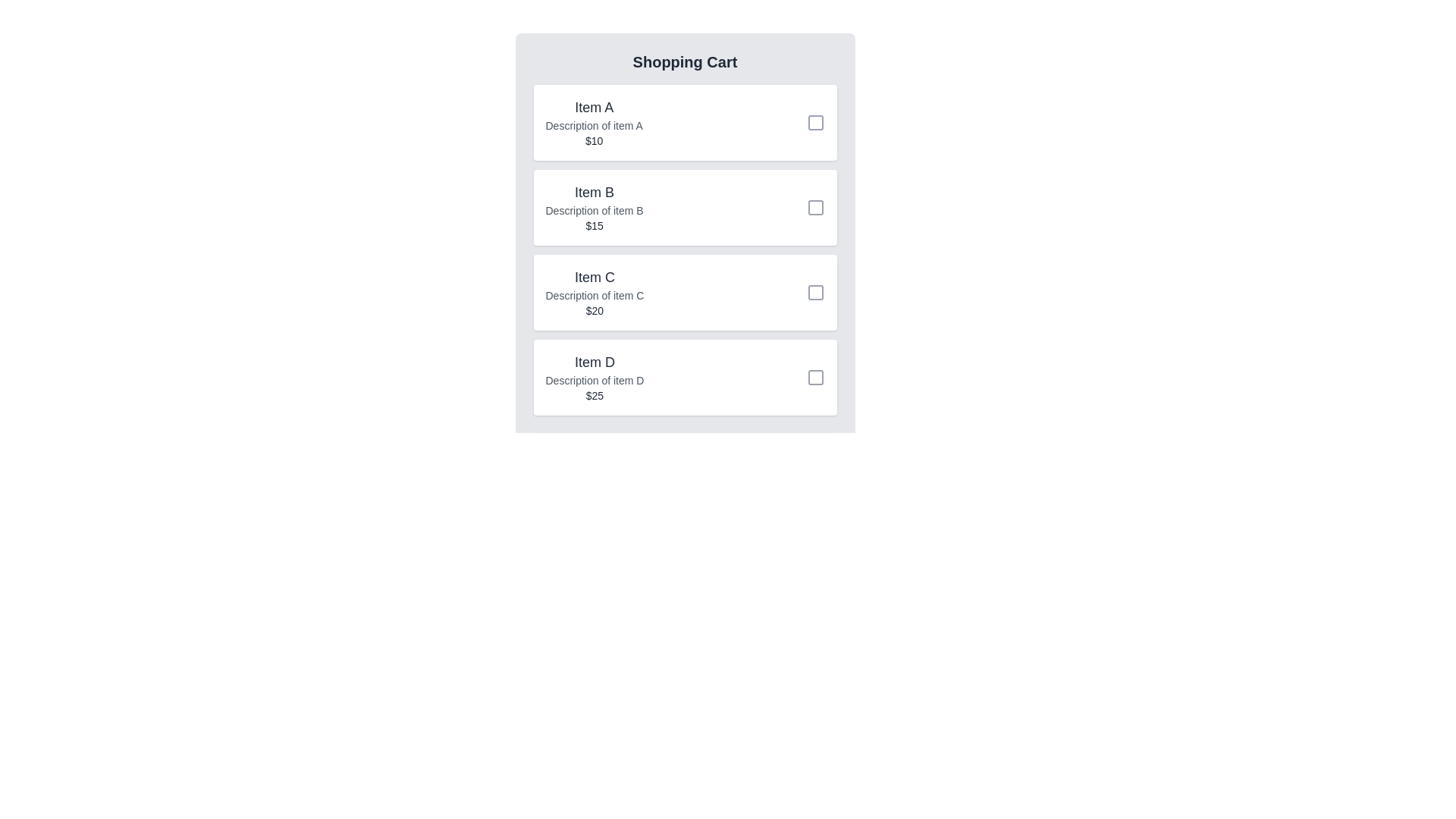  What do you see at coordinates (814, 207) in the screenshot?
I see `the rectangular-shaped icon with rounded corners located to the right of the text information for 'Item B'` at bounding box center [814, 207].